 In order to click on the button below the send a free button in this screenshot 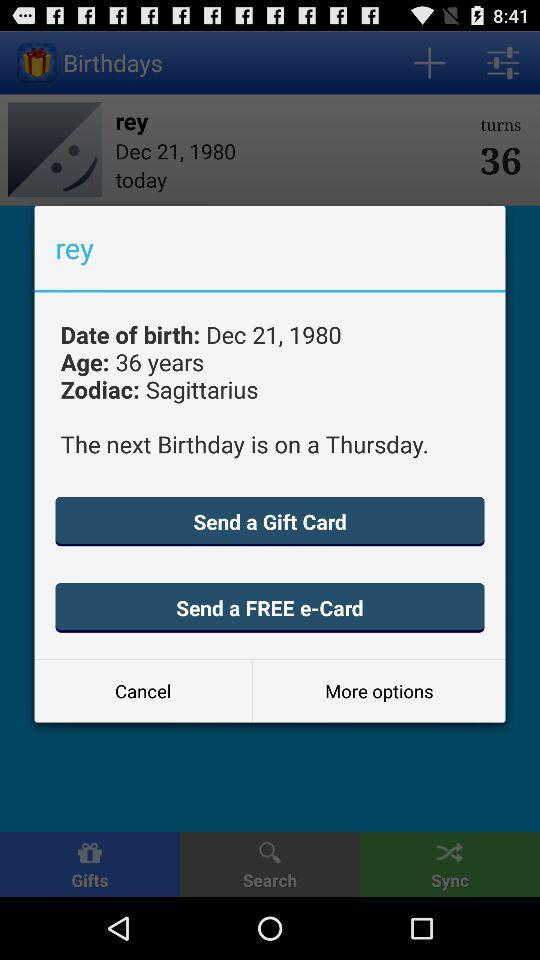, I will do `click(142, 691)`.